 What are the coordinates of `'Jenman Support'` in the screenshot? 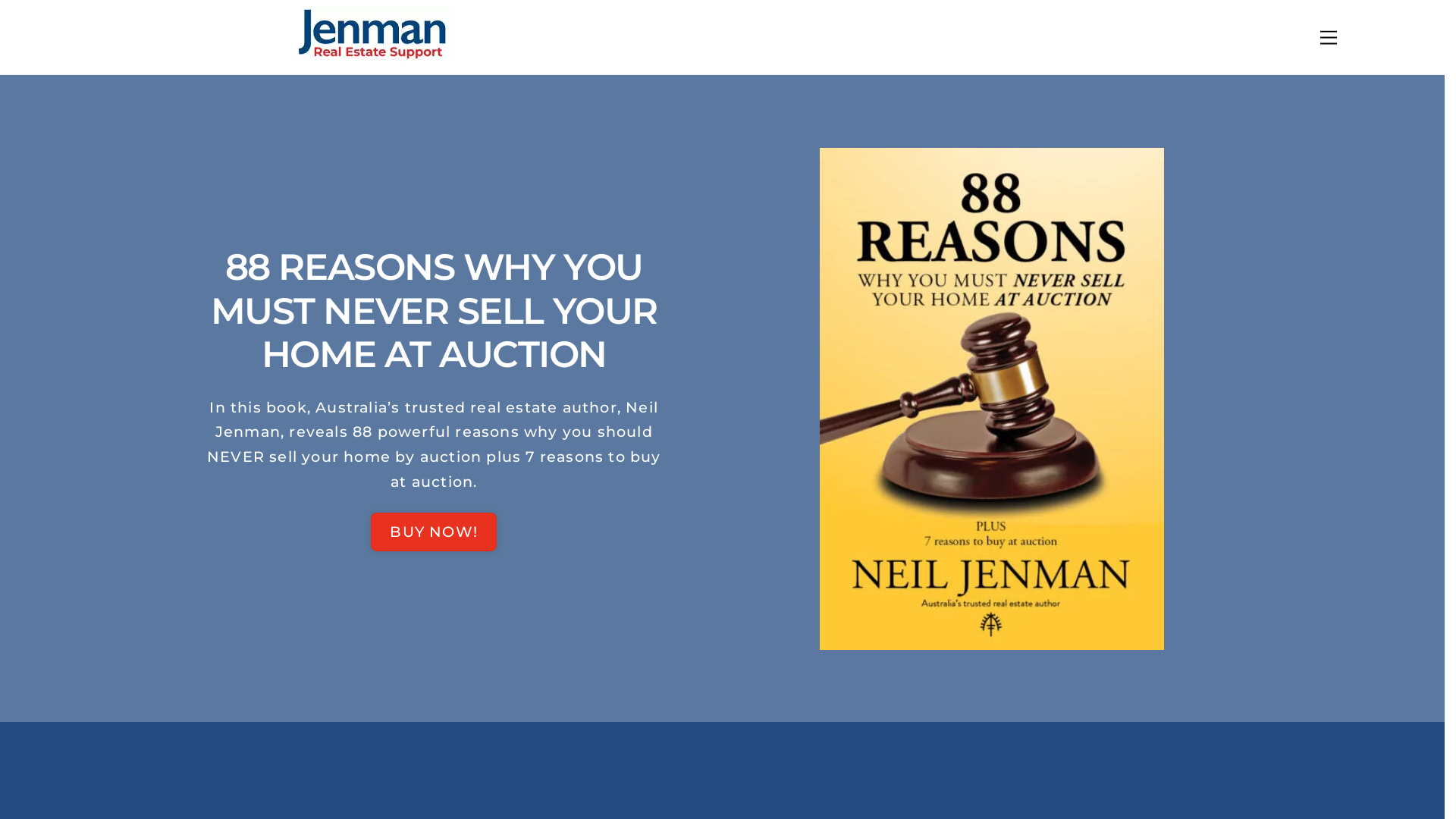 It's located at (371, 55).